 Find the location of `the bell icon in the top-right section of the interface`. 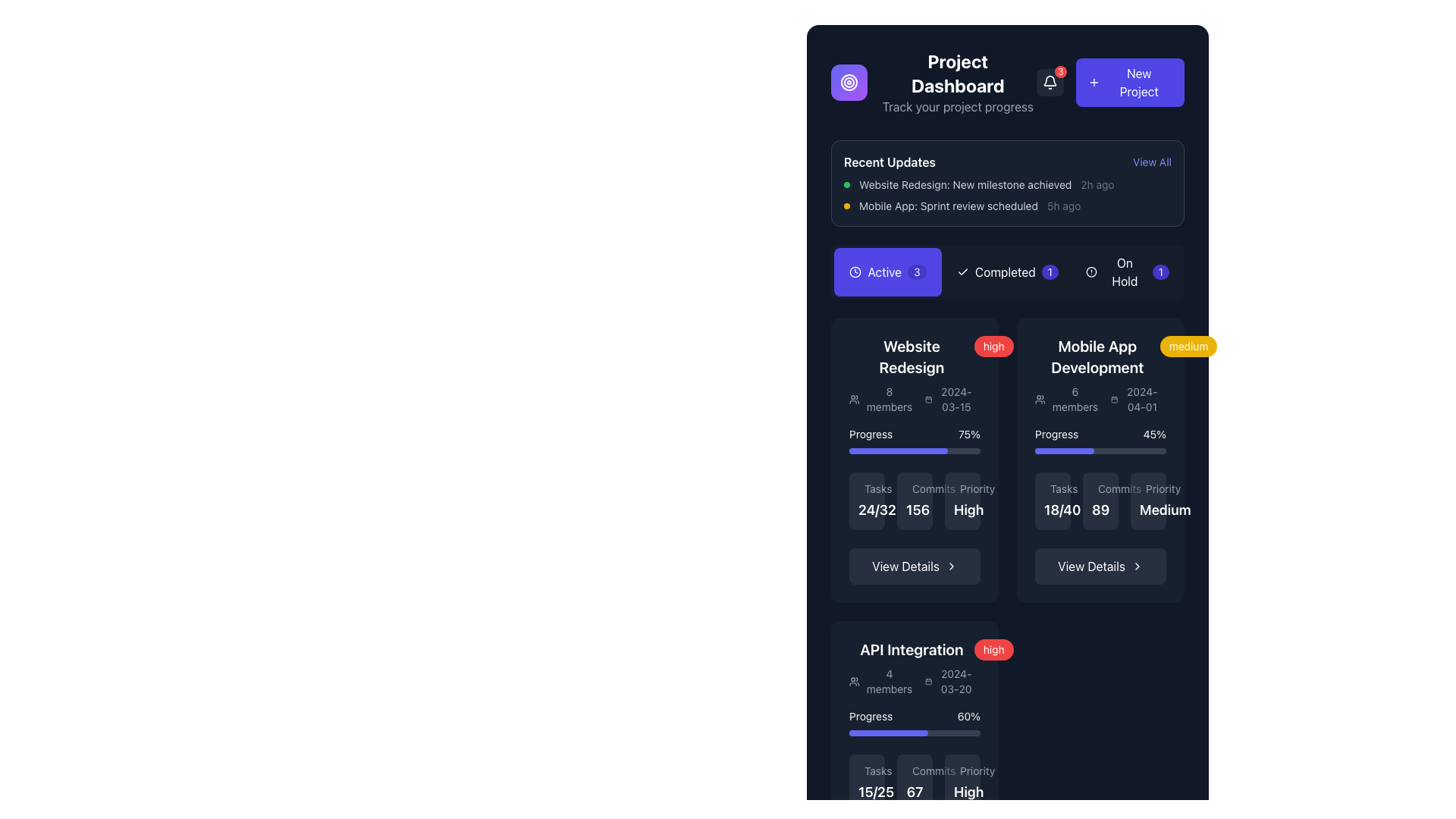

the bell icon in the top-right section of the interface is located at coordinates (1049, 82).